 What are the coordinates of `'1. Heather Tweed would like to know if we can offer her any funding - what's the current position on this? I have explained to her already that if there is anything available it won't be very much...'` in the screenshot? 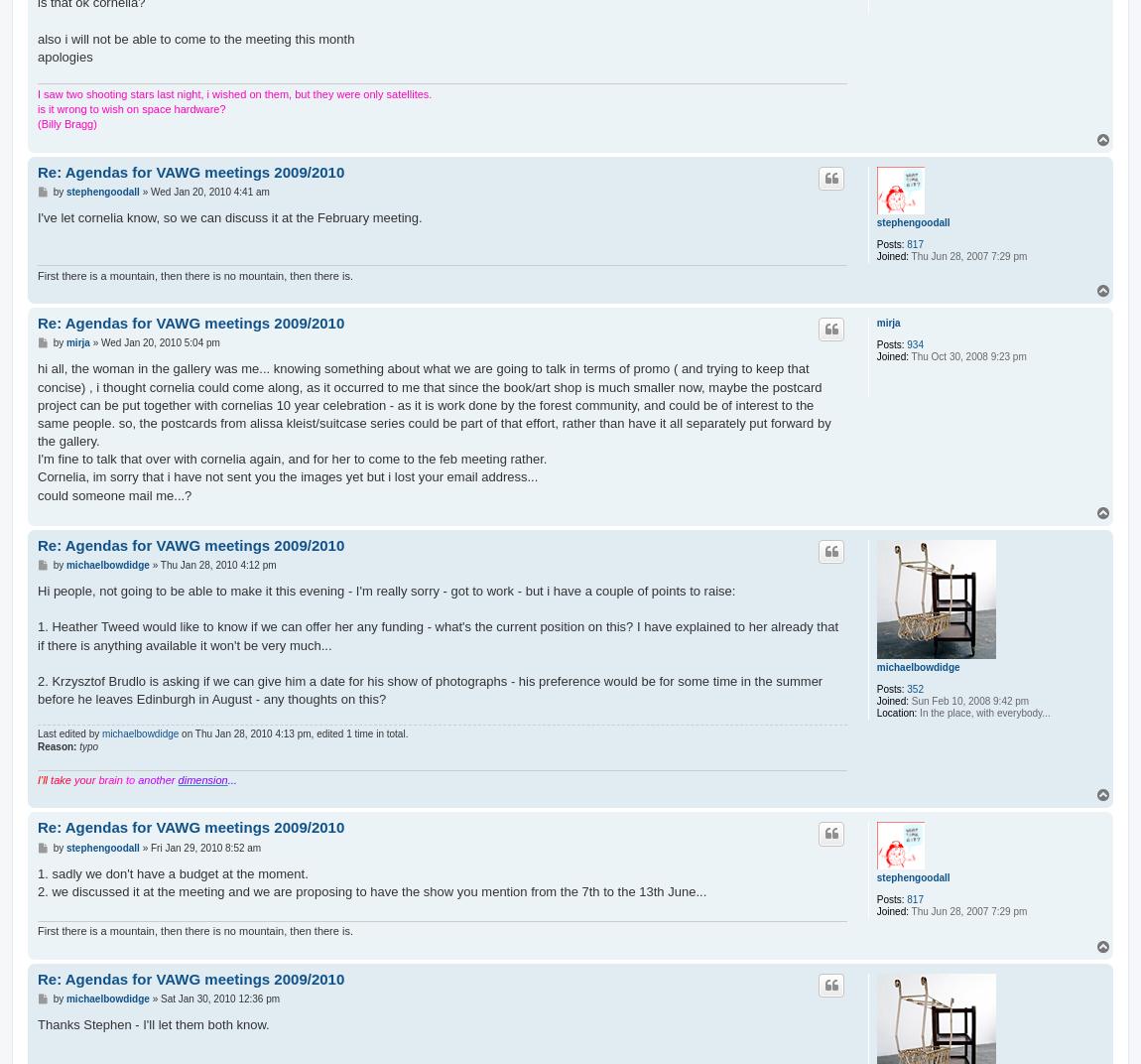 It's located at (36, 635).